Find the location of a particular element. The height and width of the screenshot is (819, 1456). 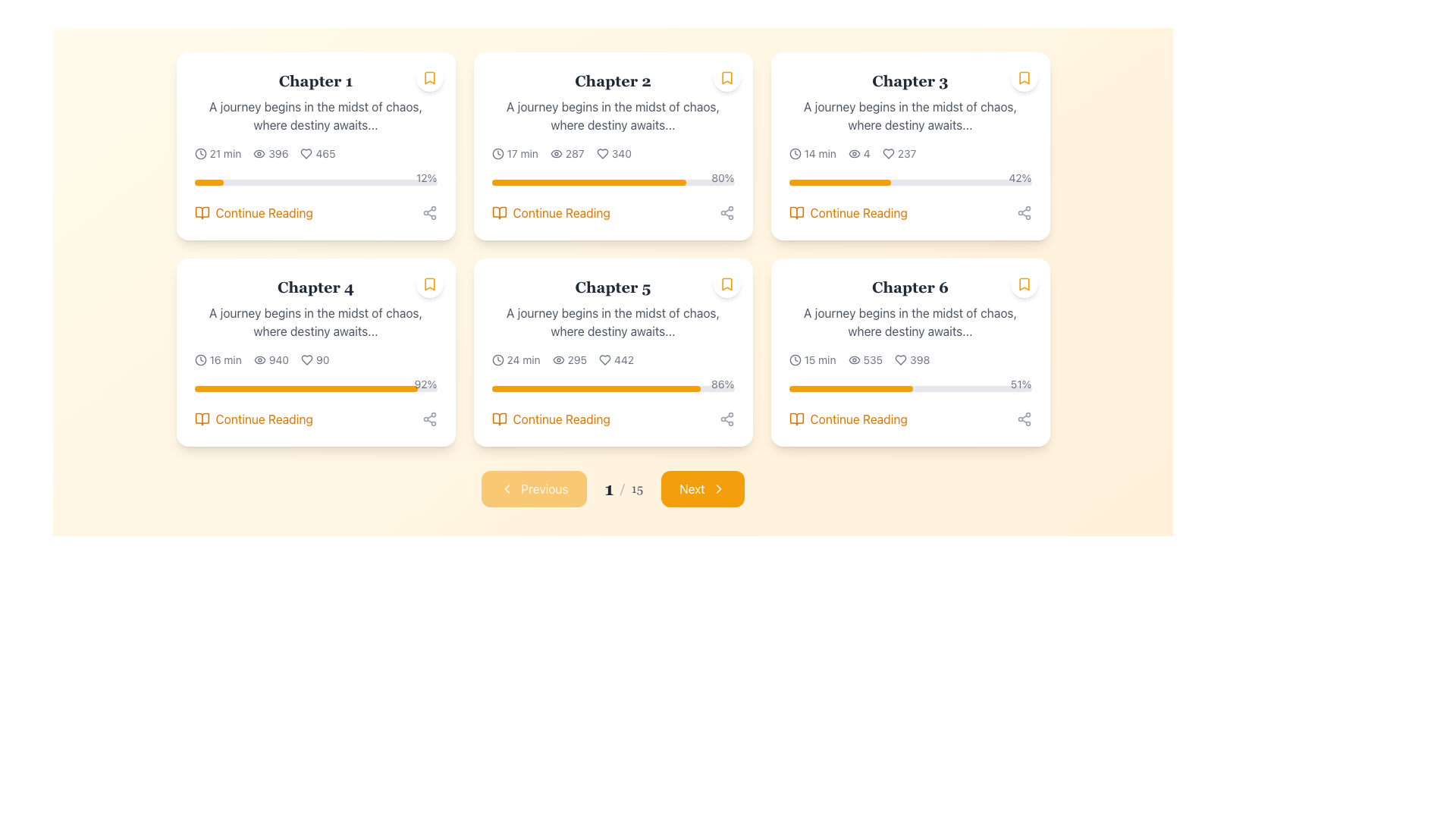

the progress indicator that visually represents 12% completion within the progress bar of Chapter 1, located at the top-left section of the layout is located at coordinates (208, 181).